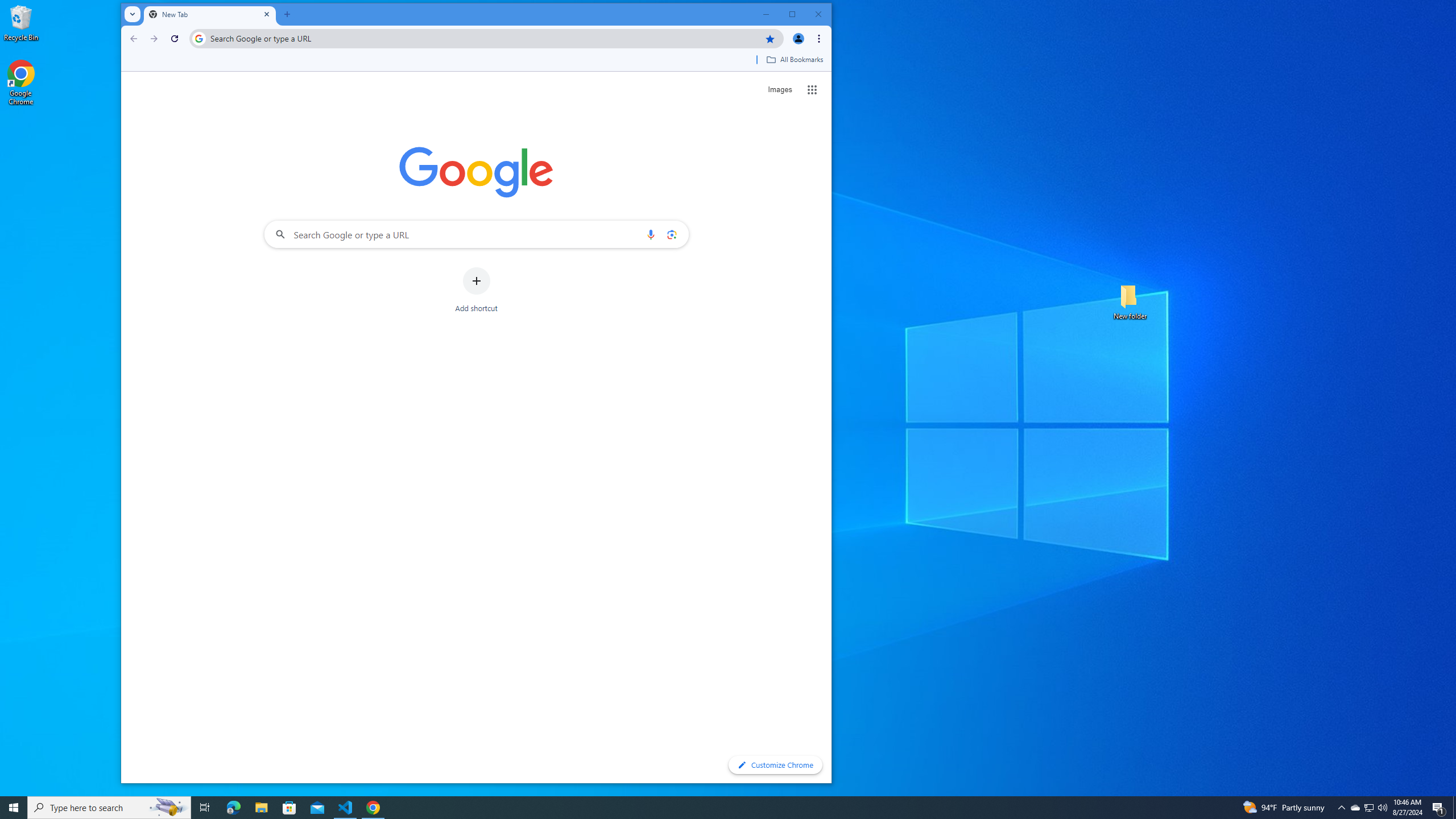 This screenshot has height=819, width=1456. What do you see at coordinates (1130, 300) in the screenshot?
I see `'New folder'` at bounding box center [1130, 300].